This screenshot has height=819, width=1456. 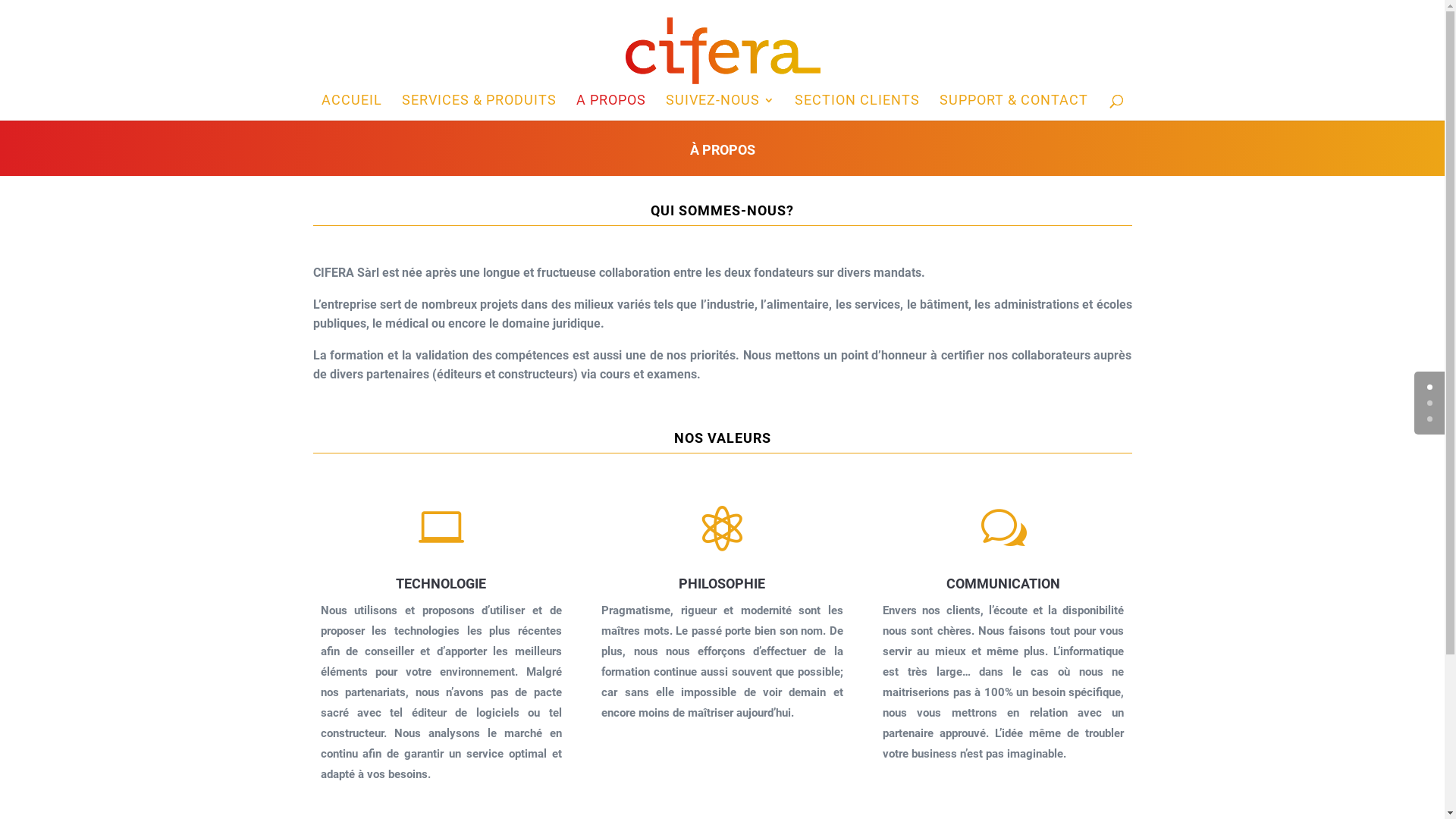 What do you see at coordinates (1014, 107) in the screenshot?
I see `'SUPPORT & CONTACT'` at bounding box center [1014, 107].